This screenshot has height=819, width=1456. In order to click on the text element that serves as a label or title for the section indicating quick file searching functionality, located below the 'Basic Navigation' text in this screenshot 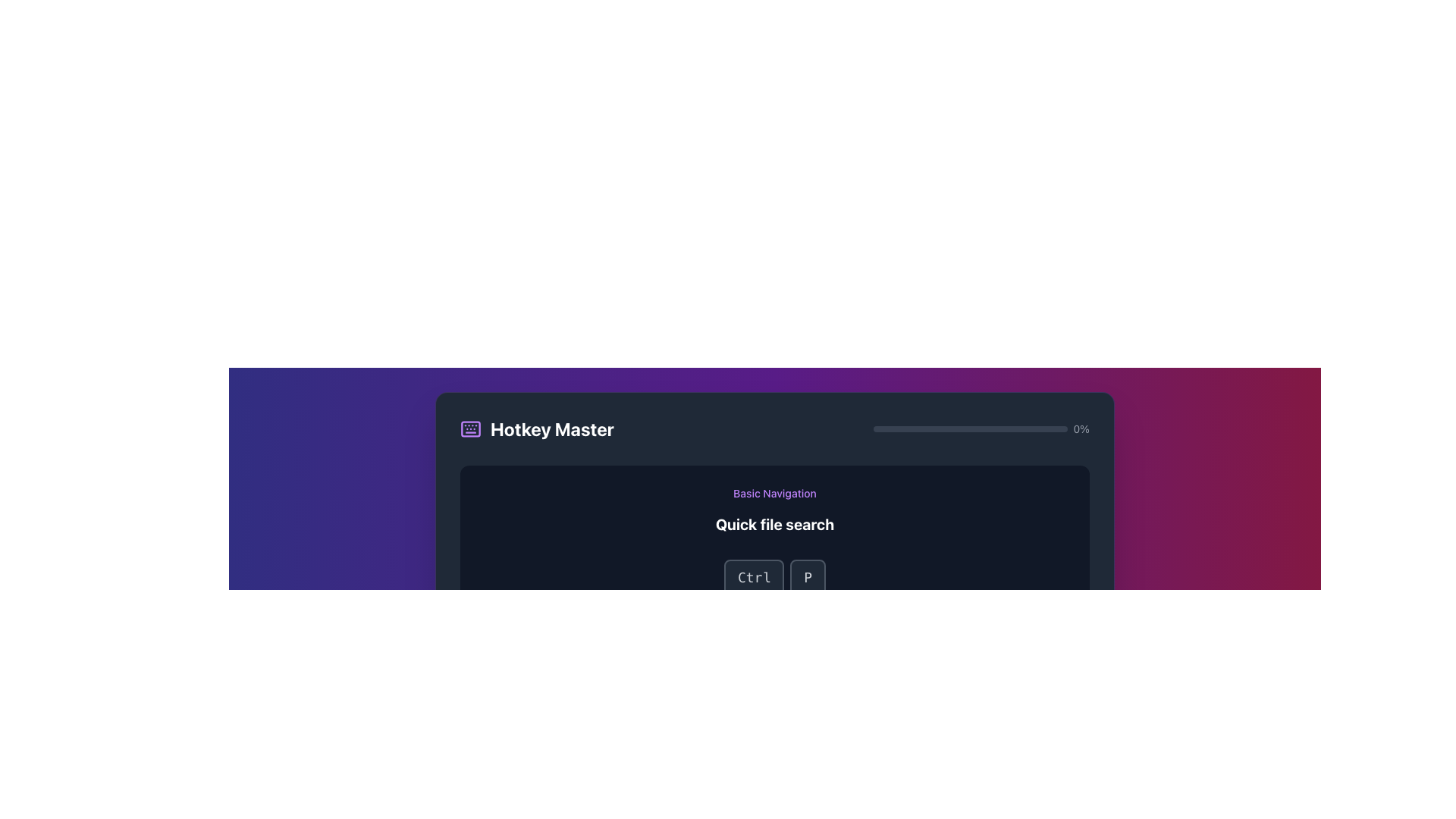, I will do `click(775, 523)`.